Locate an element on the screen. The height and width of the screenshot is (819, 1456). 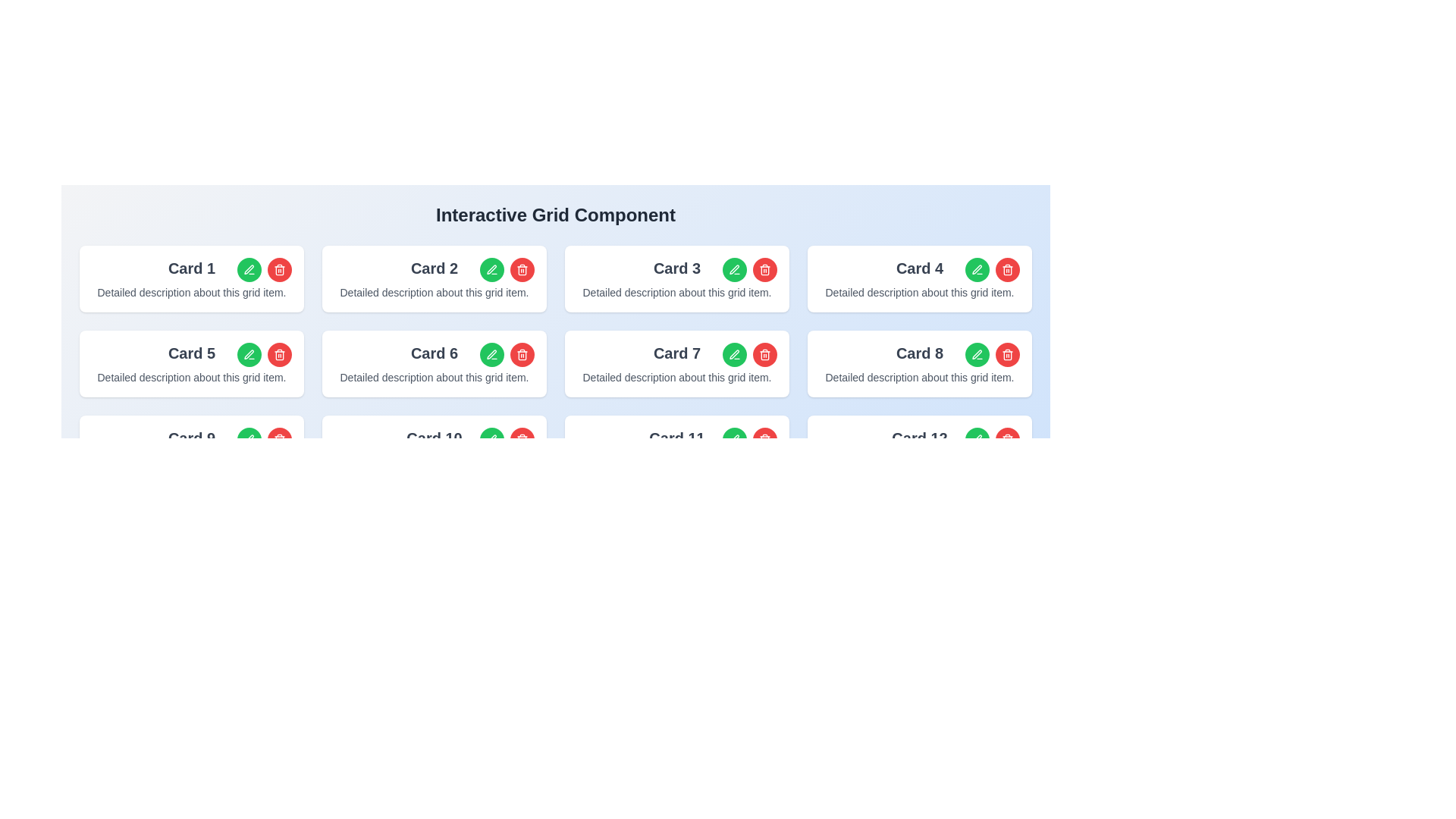
the red delete button in the button group for 'Card 6', located in the top-right corner of the card is located at coordinates (507, 354).